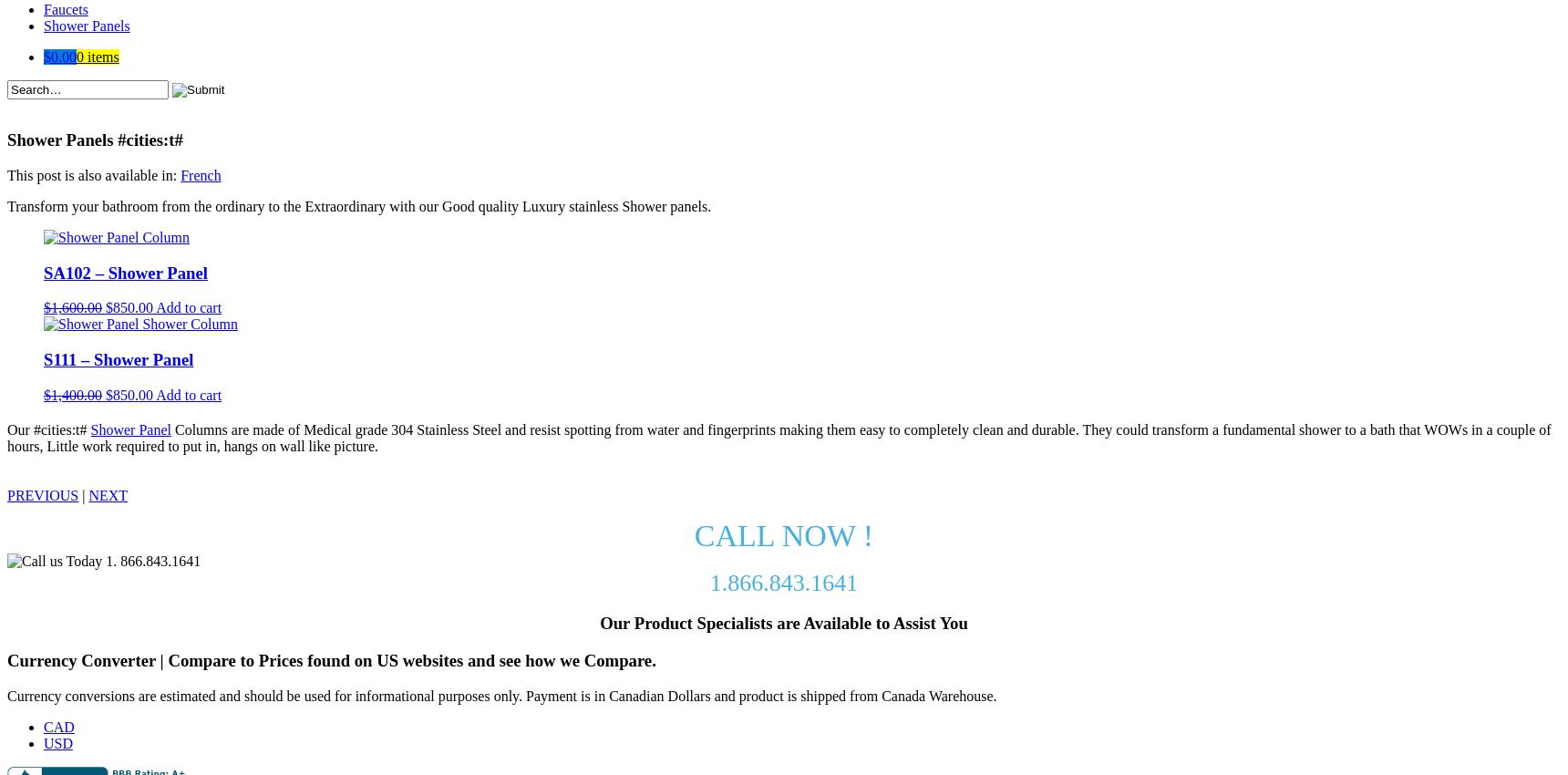 The image size is (1568, 775). I want to click on 'CAD', so click(42, 725).